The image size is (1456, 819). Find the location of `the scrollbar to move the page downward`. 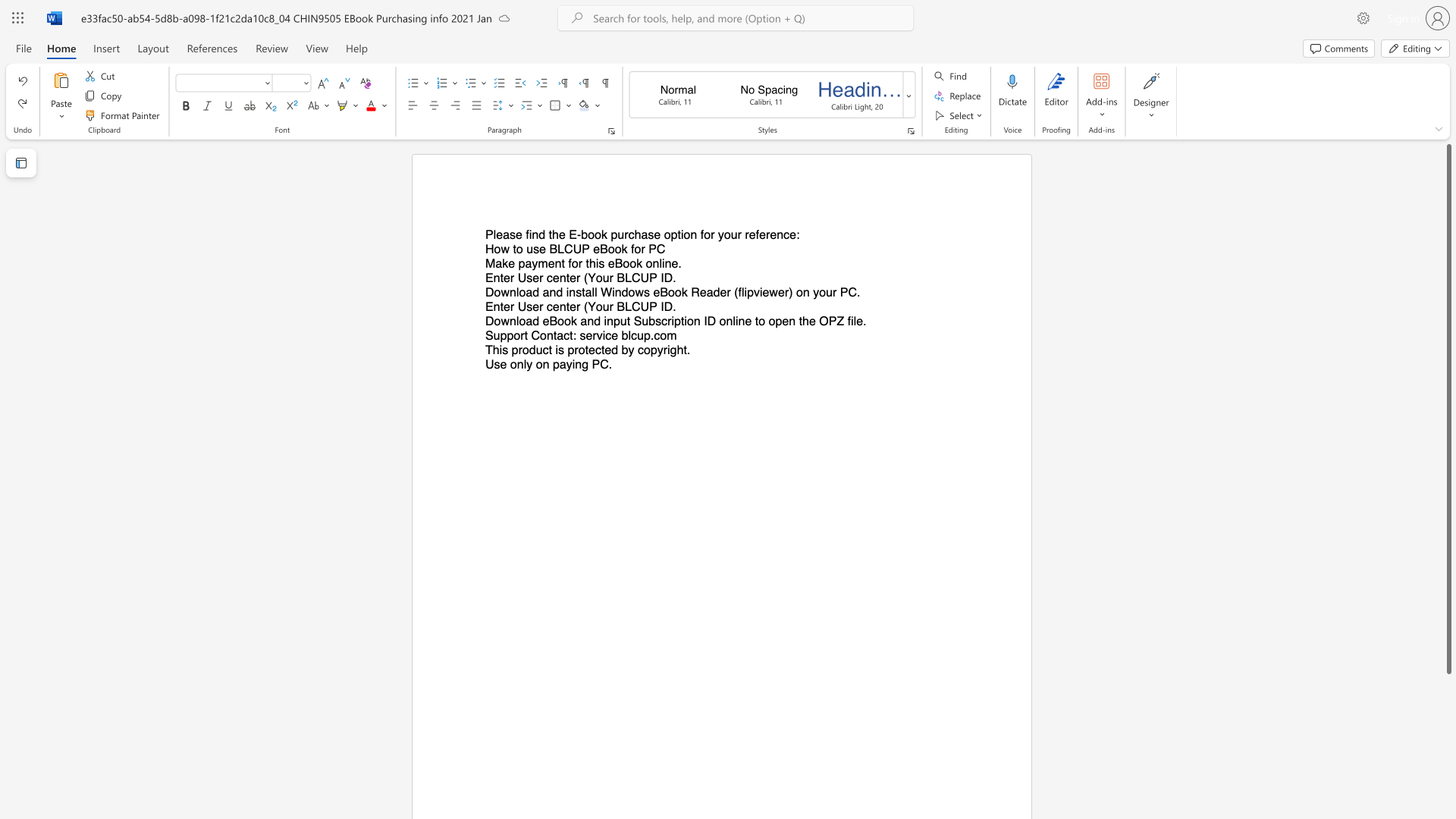

the scrollbar to move the page downward is located at coordinates (1448, 780).